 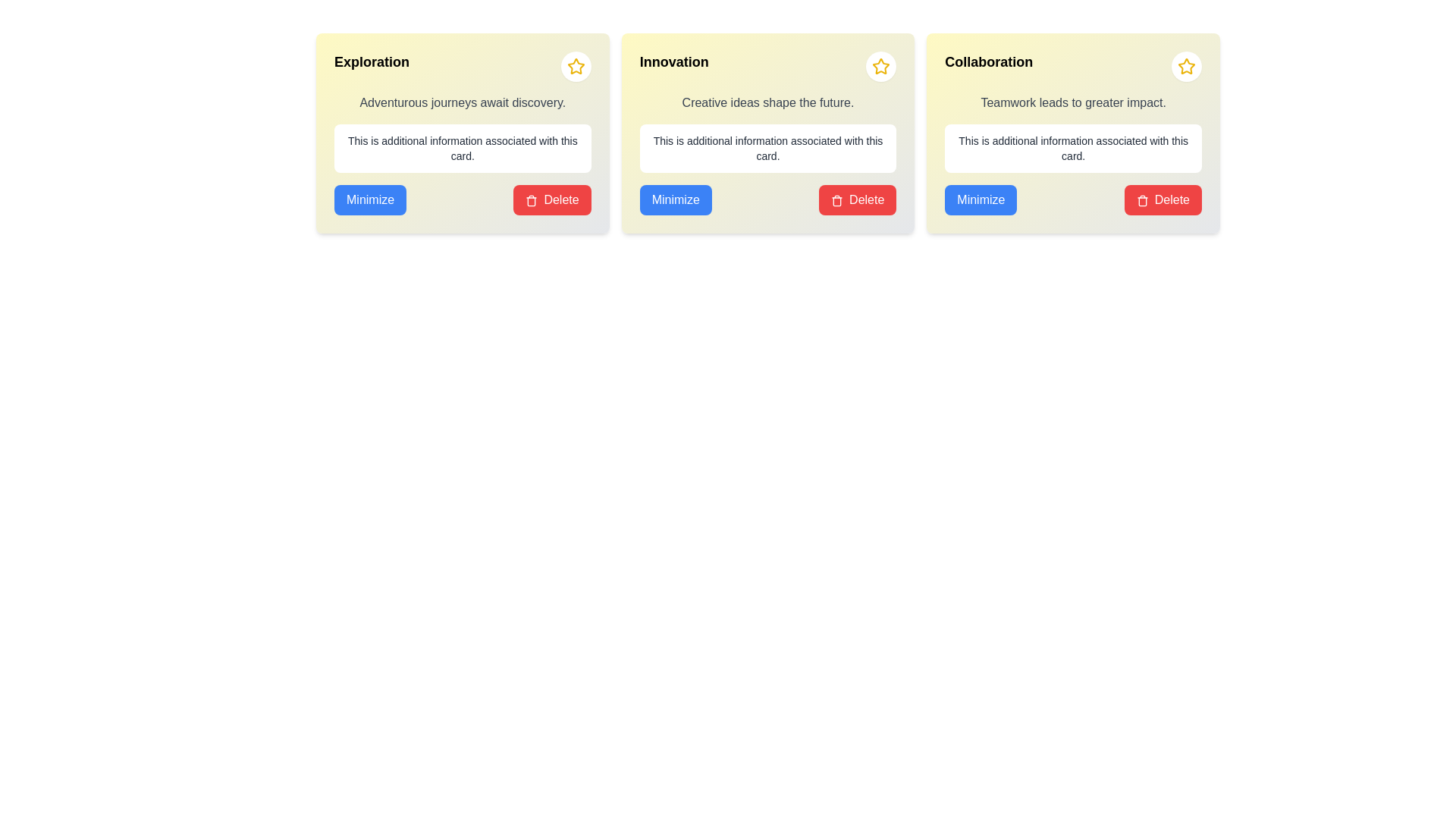 I want to click on the bold text label displaying 'Innovation' that is prominently positioned at the top-left corner of the second card in the three-card layout, so click(x=673, y=66).